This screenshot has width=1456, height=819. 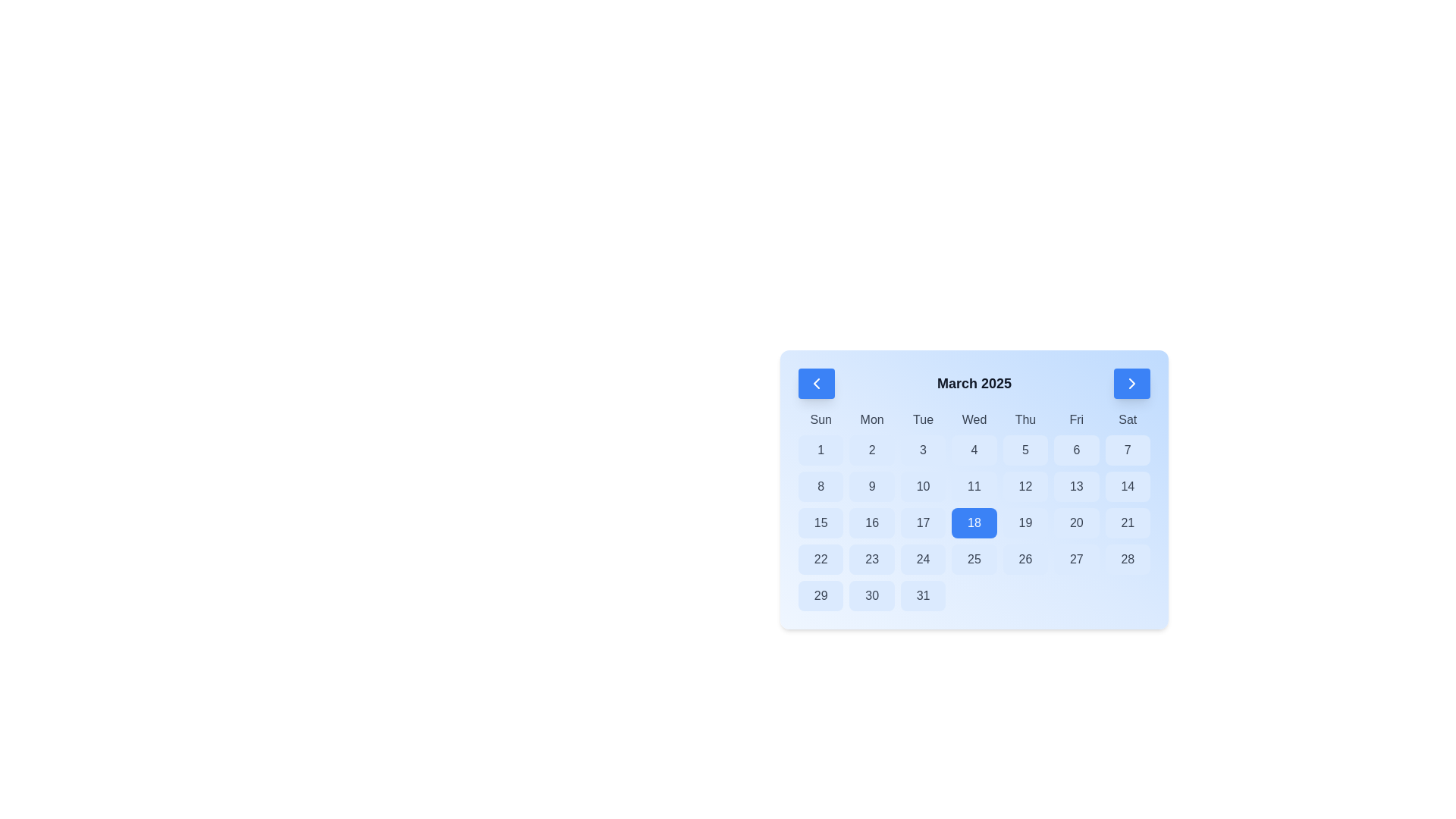 I want to click on the rounded rectangular button with a light blue background containing the number '22', so click(x=820, y=559).